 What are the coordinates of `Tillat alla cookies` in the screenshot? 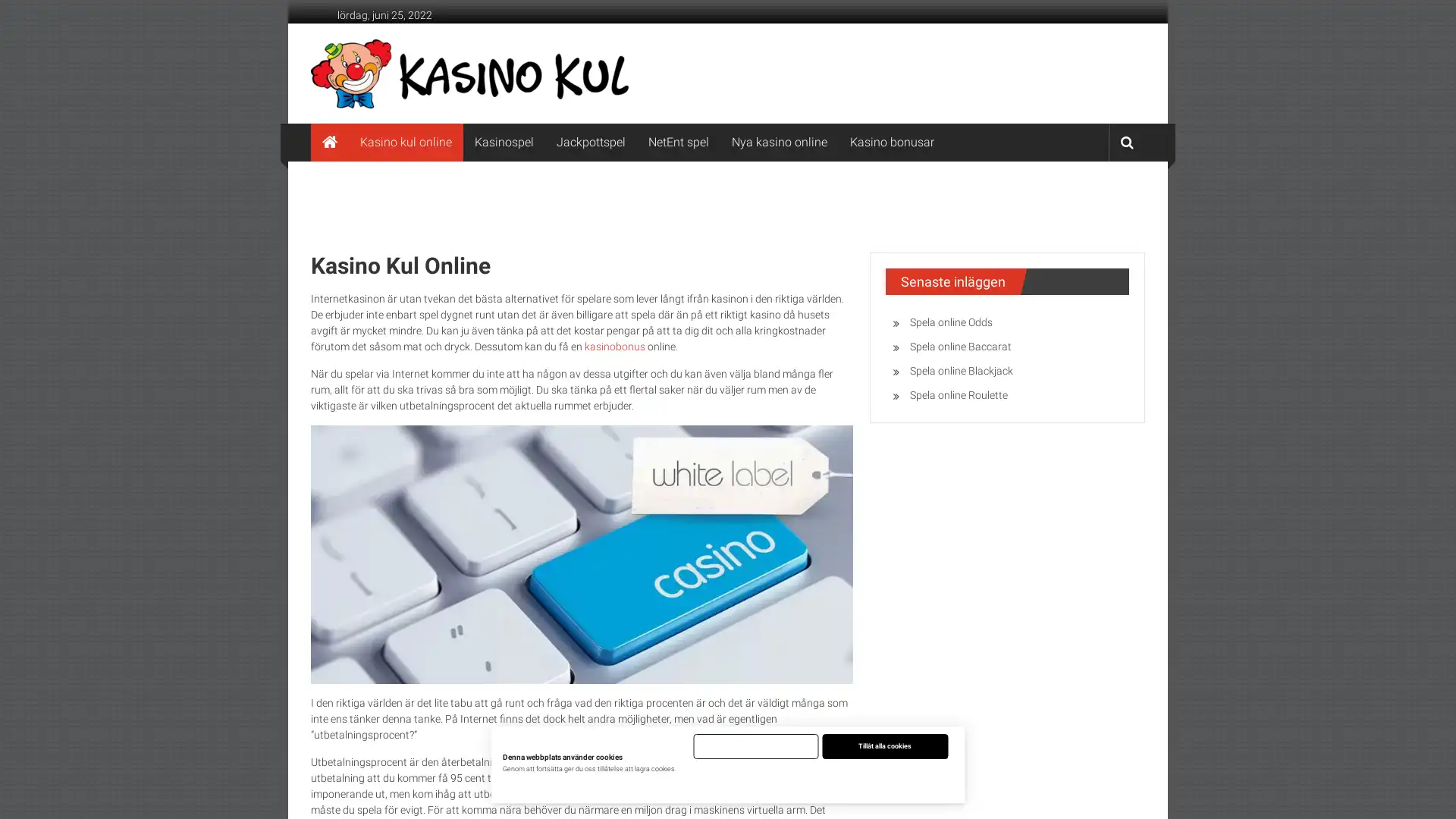 It's located at (884, 745).